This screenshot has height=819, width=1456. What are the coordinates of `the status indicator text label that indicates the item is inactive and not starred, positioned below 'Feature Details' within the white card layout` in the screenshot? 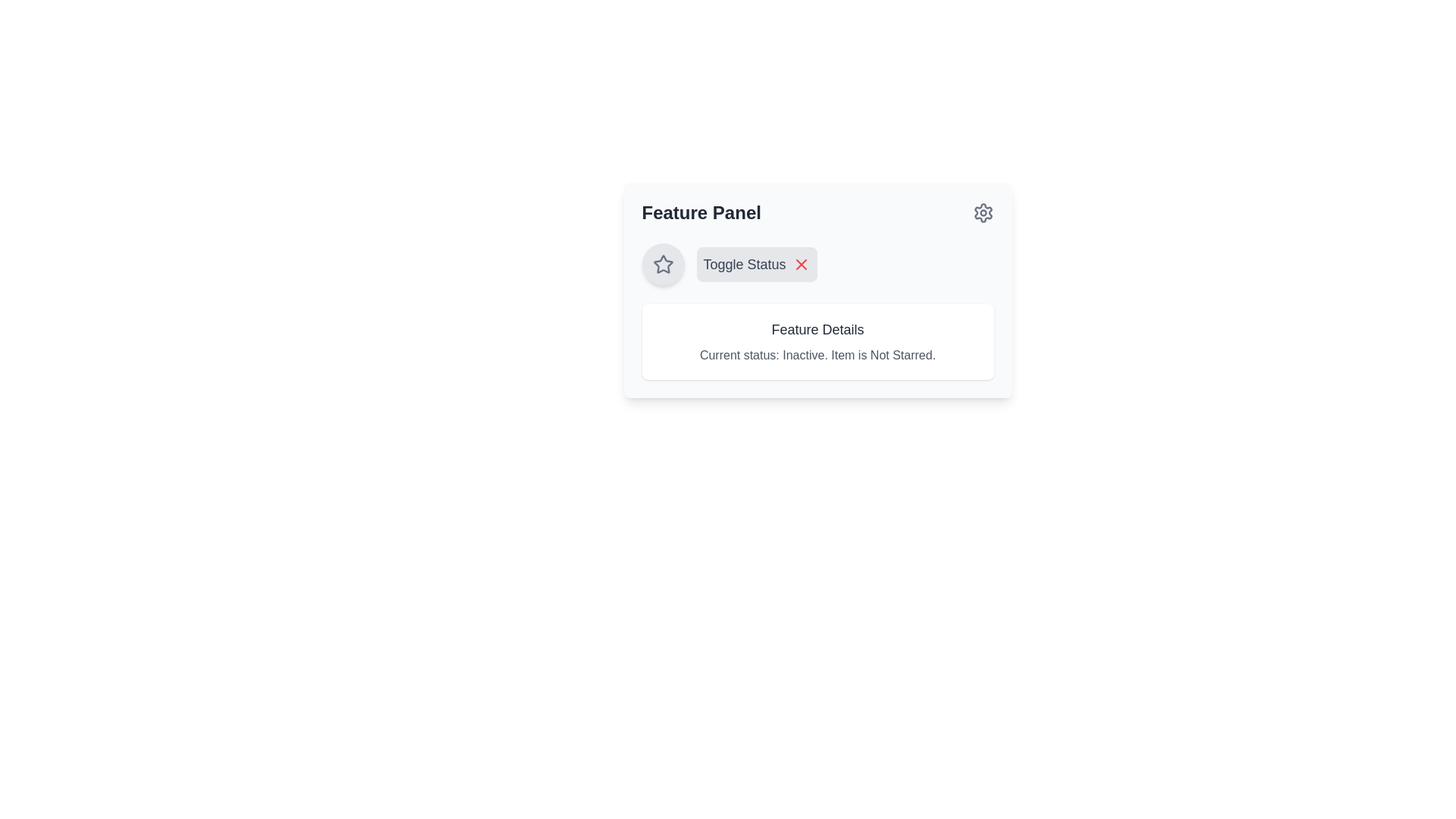 It's located at (817, 356).